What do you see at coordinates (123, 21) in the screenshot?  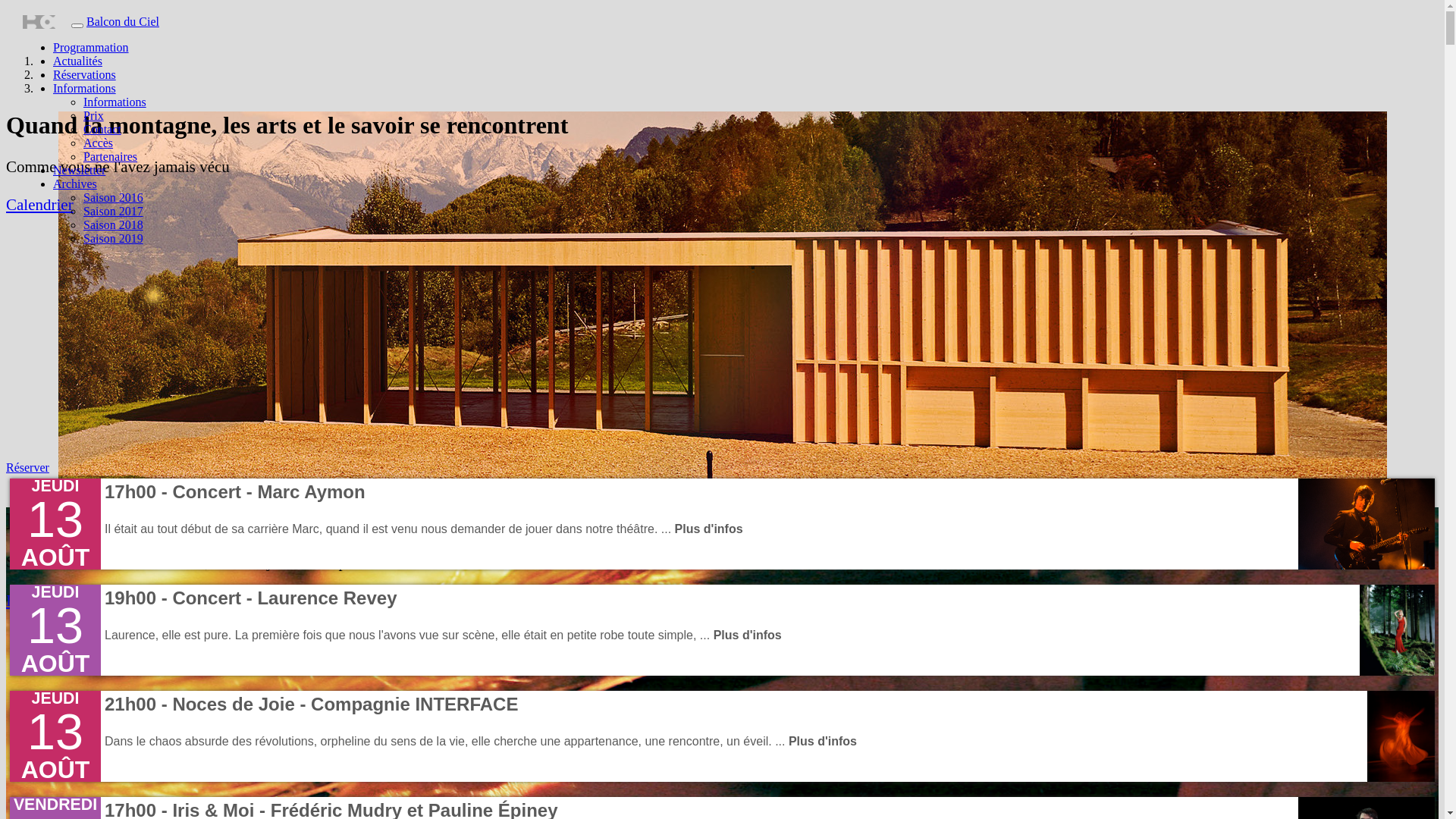 I see `'Balcon du Ciel'` at bounding box center [123, 21].